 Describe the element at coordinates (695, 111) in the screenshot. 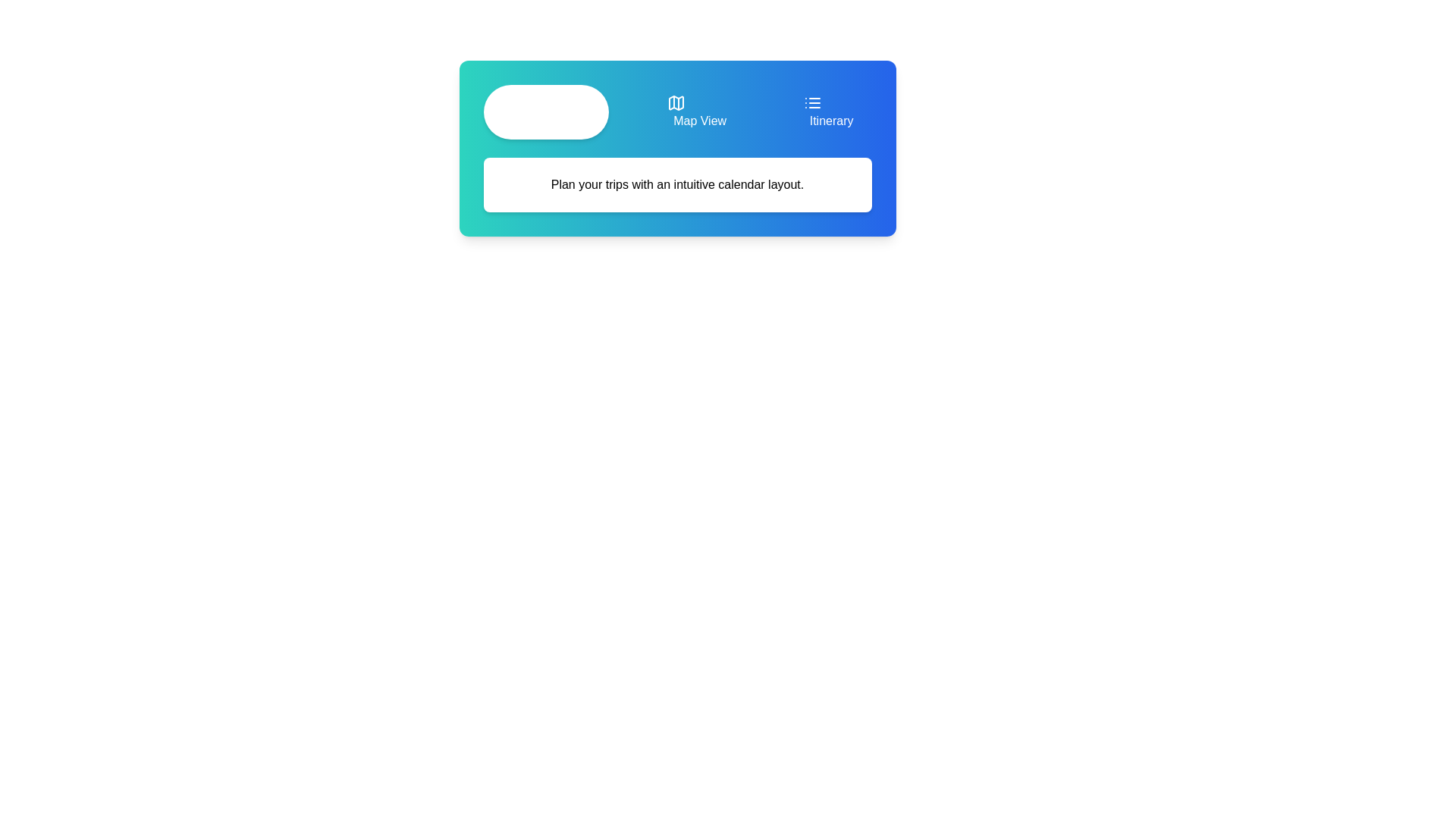

I see `the Map View tab by clicking on its button` at that location.